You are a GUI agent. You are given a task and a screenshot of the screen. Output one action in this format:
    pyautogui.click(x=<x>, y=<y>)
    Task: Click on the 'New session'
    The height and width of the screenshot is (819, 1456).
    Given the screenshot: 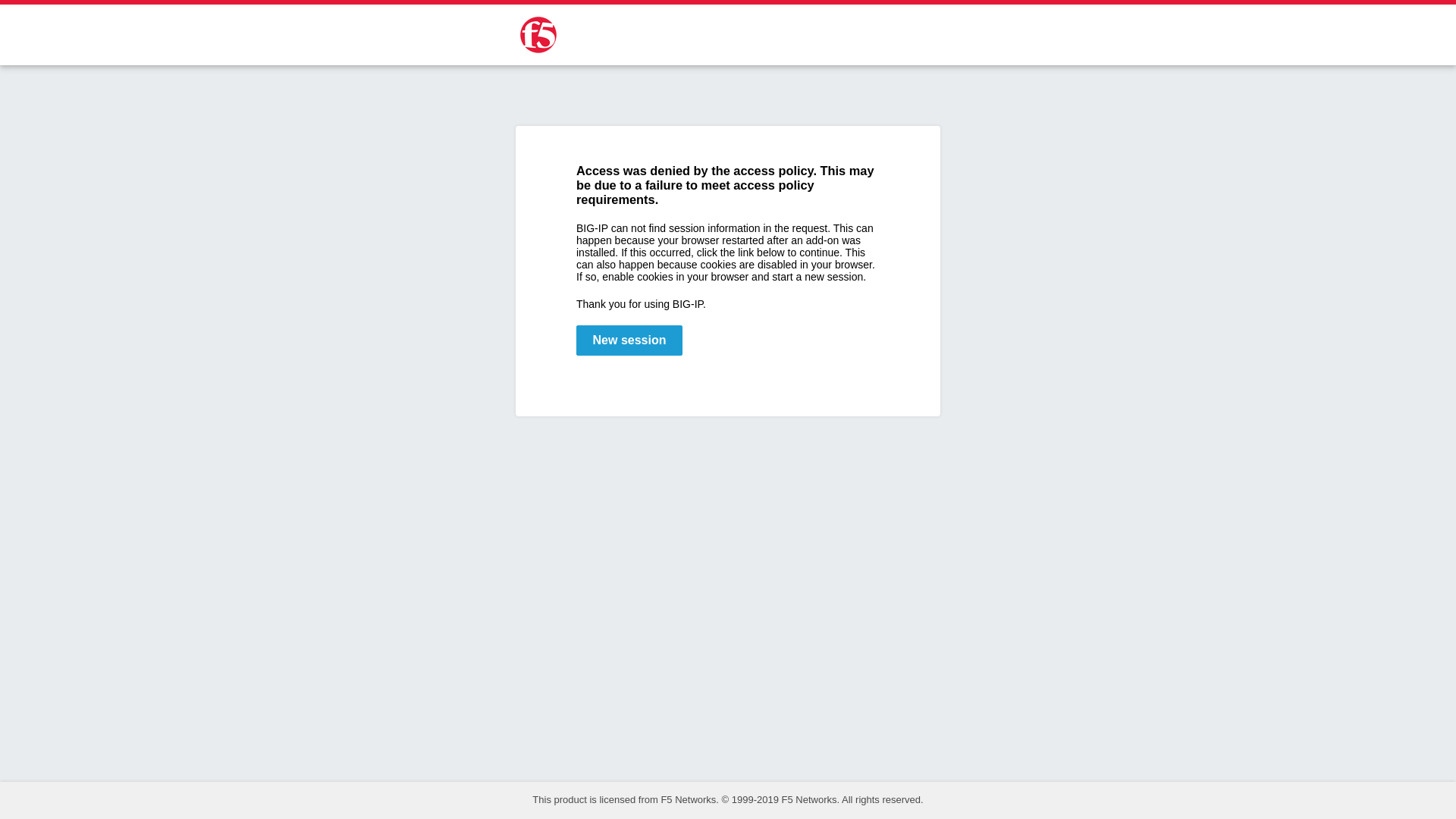 What is the action you would take?
    pyautogui.click(x=629, y=339)
    